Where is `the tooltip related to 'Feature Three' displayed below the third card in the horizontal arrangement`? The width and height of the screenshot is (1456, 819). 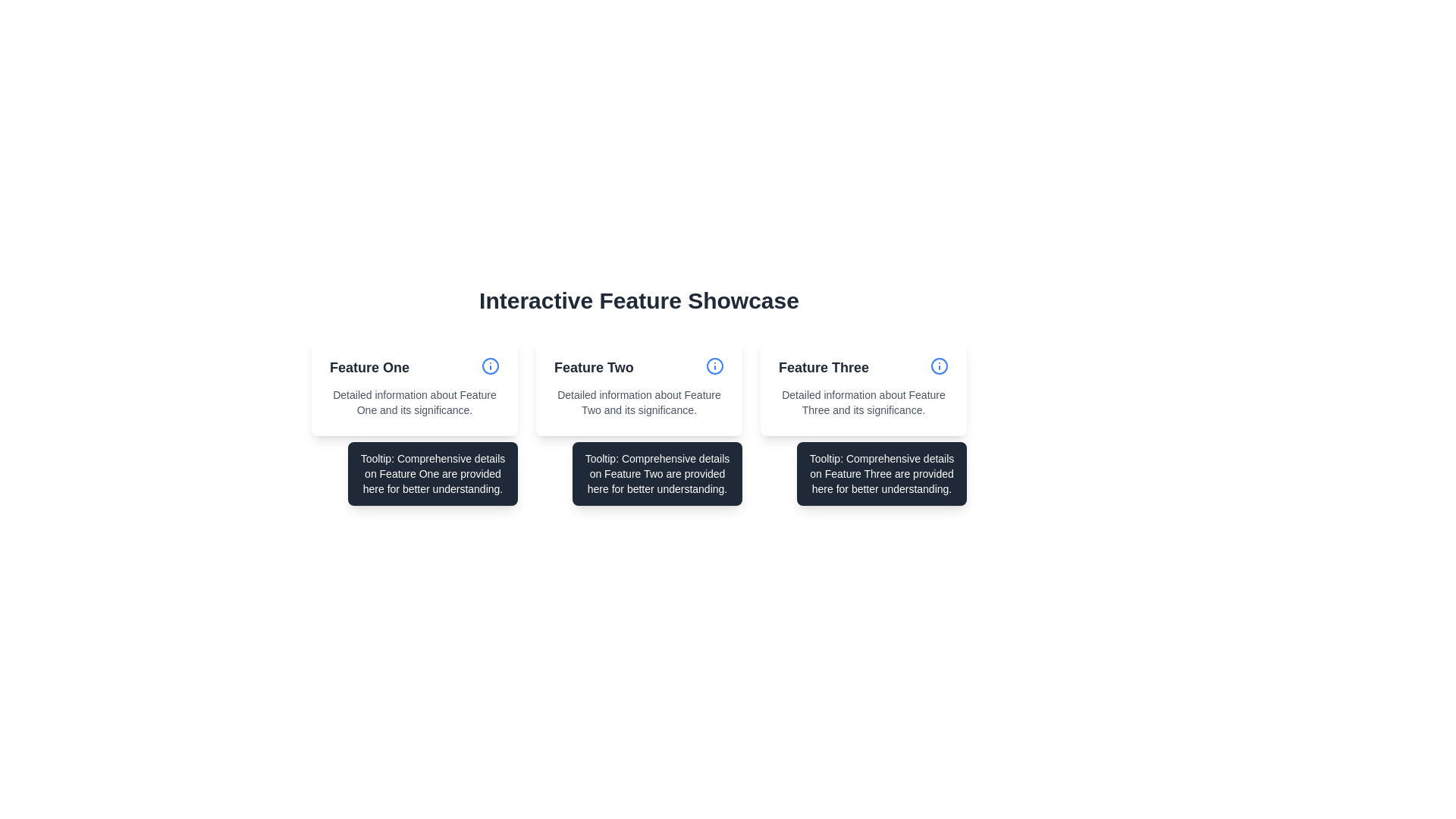 the tooltip related to 'Feature Three' displayed below the third card in the horizontal arrangement is located at coordinates (881, 472).